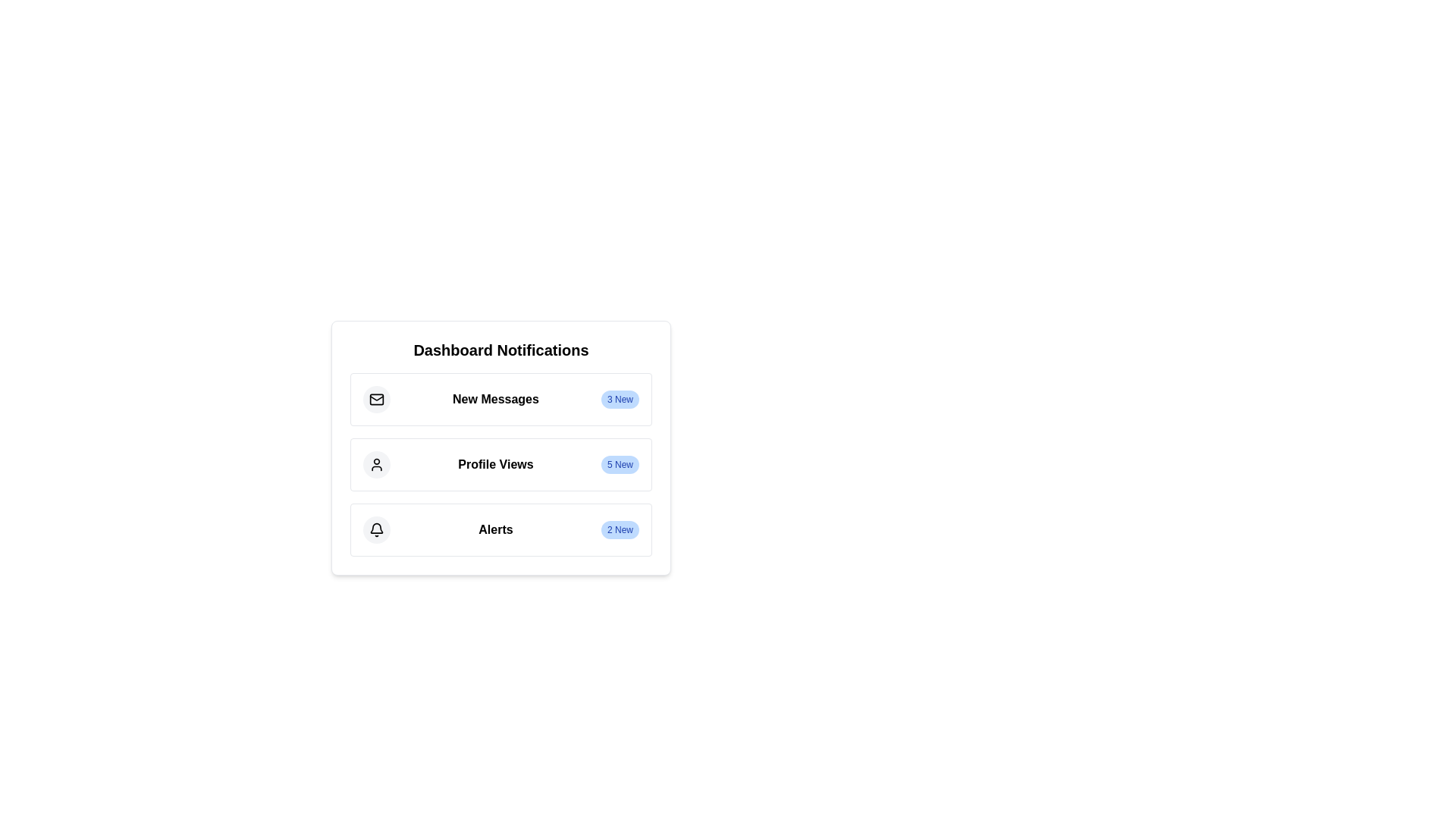 The width and height of the screenshot is (1456, 819). What do you see at coordinates (495, 463) in the screenshot?
I see `the 'Profile Views' label in the notification list panel, which is positioned between the 'New Messages' and 'Alerts' rows` at bounding box center [495, 463].